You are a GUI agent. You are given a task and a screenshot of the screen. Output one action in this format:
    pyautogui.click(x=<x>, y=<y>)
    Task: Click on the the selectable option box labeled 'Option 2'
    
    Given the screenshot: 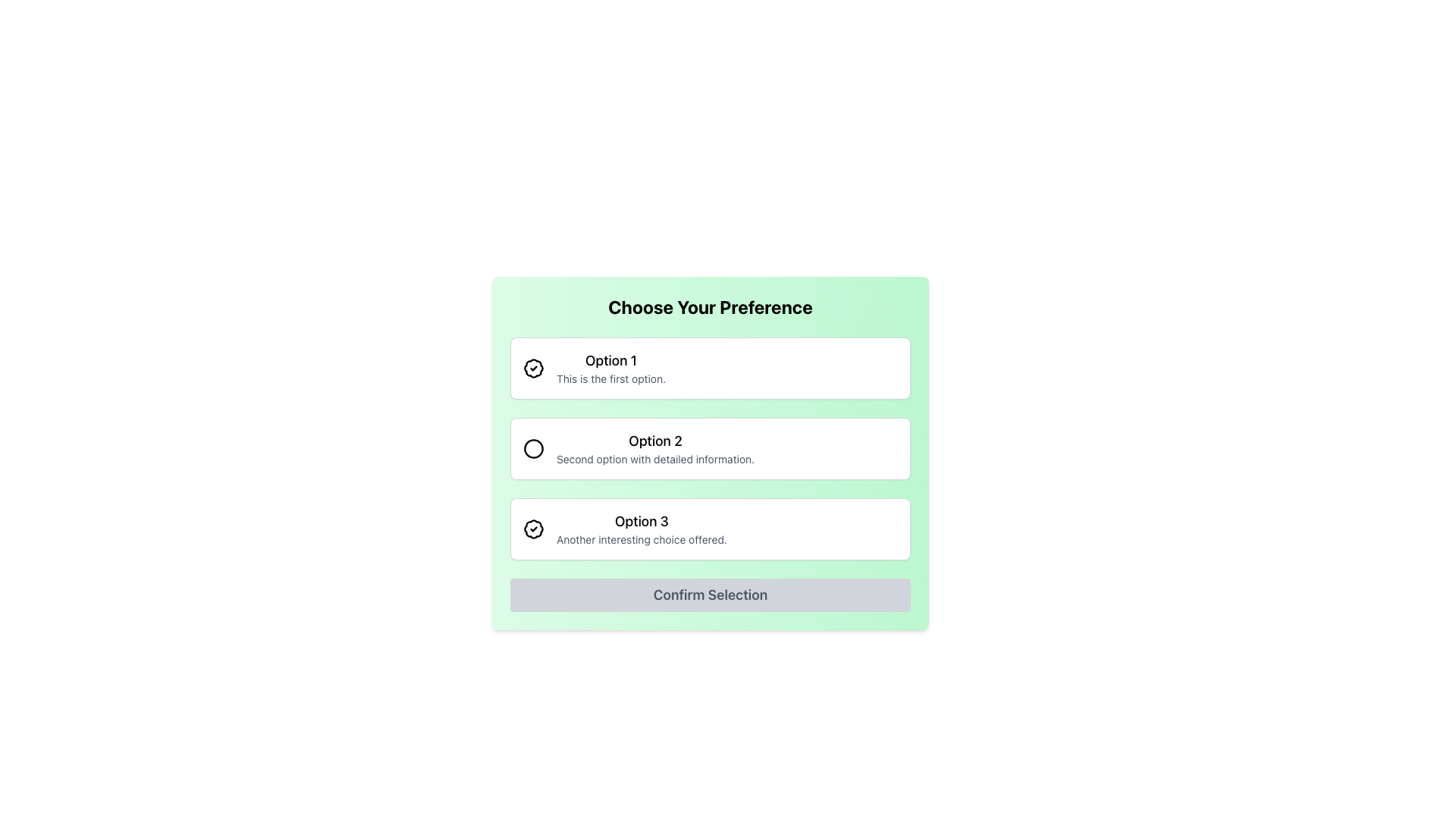 What is the action you would take?
    pyautogui.click(x=709, y=447)
    